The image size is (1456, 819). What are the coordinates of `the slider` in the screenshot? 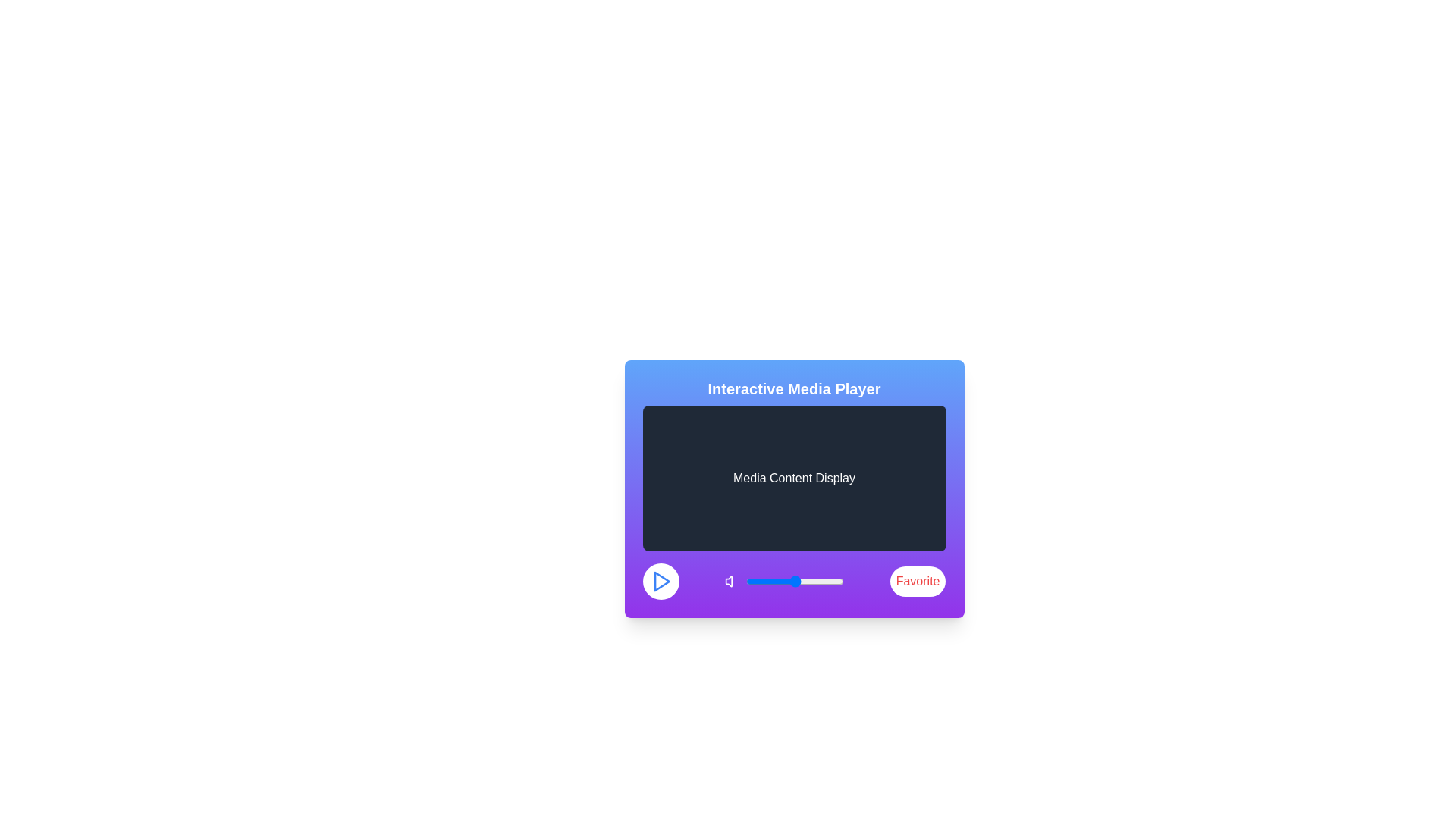 It's located at (793, 581).